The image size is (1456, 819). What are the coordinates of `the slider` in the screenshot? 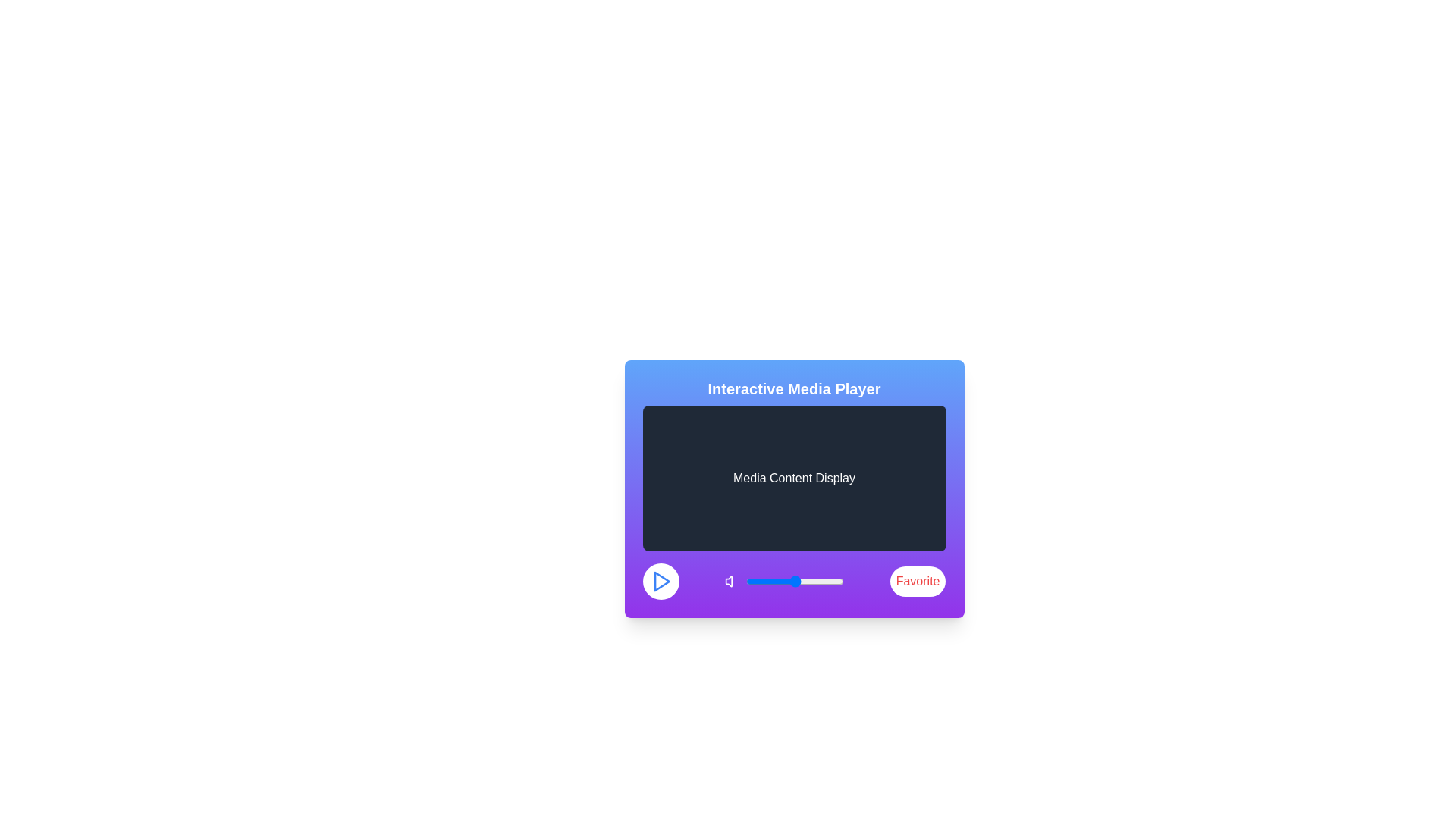 It's located at (793, 581).